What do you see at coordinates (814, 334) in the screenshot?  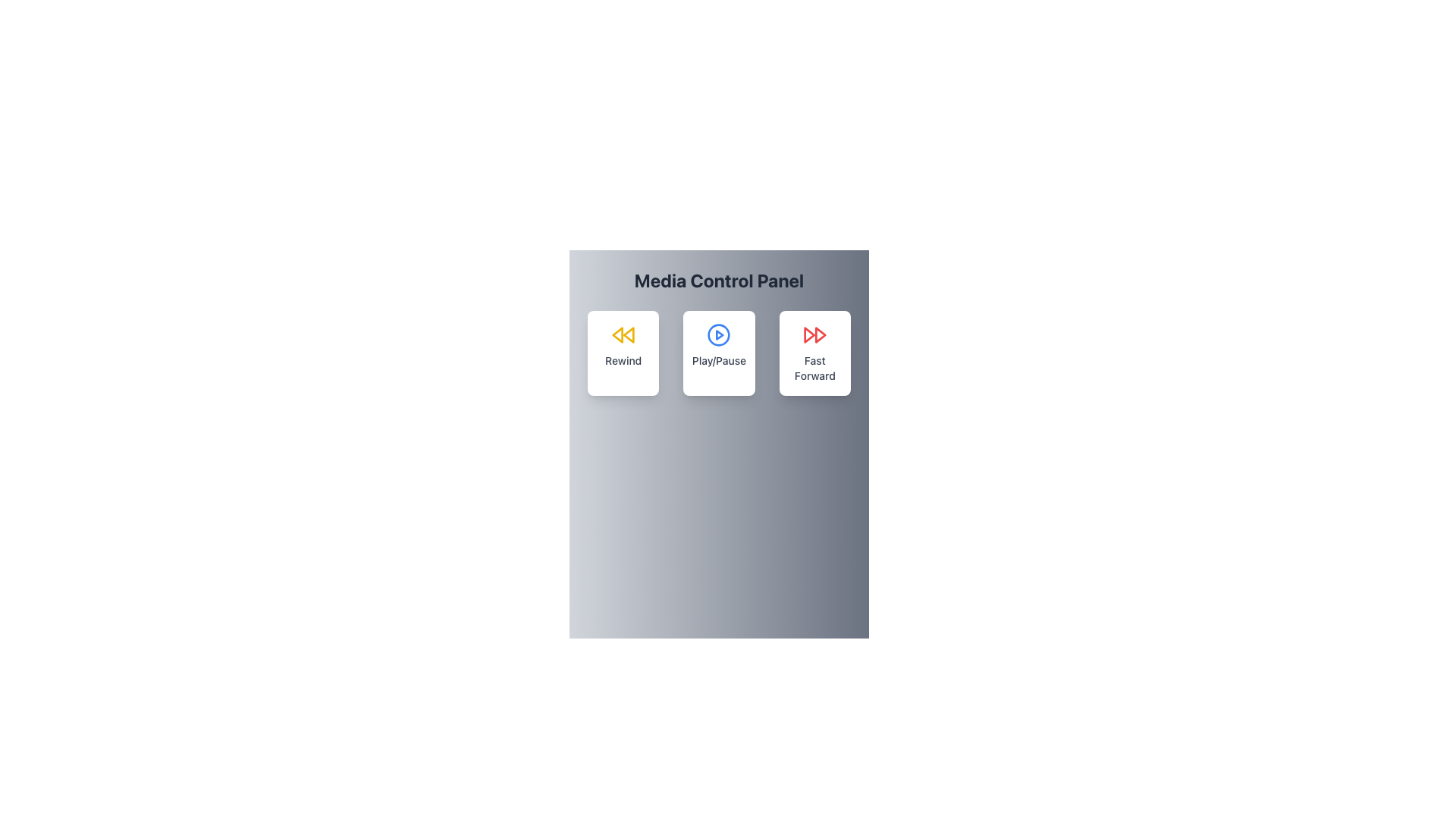 I see `the 'Fast Forward' icon, which is shaped like two red fast-forward arrows and is located at the top of the 'Fast Forward' card` at bounding box center [814, 334].